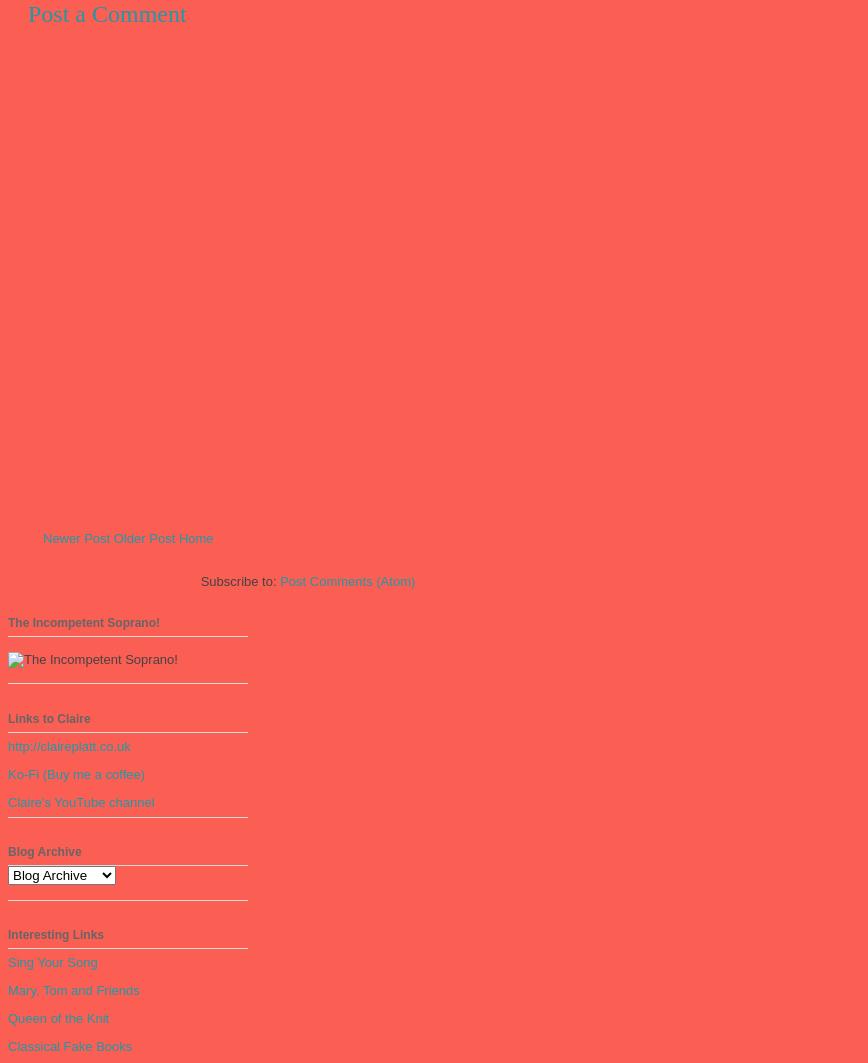  Describe the element at coordinates (195, 537) in the screenshot. I see `'Home'` at that location.